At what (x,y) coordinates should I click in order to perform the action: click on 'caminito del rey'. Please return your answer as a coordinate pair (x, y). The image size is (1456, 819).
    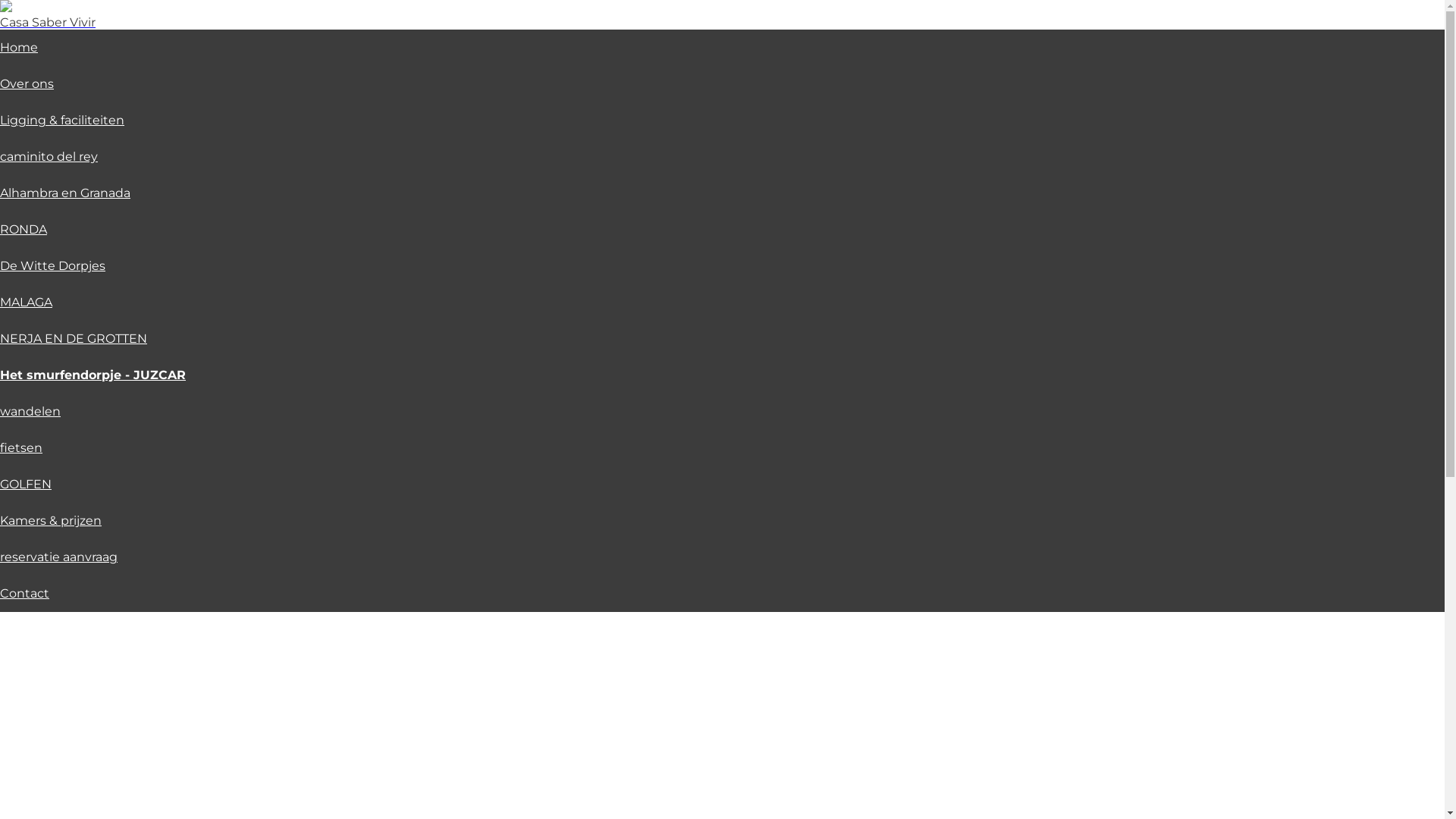
    Looking at the image, I should click on (49, 156).